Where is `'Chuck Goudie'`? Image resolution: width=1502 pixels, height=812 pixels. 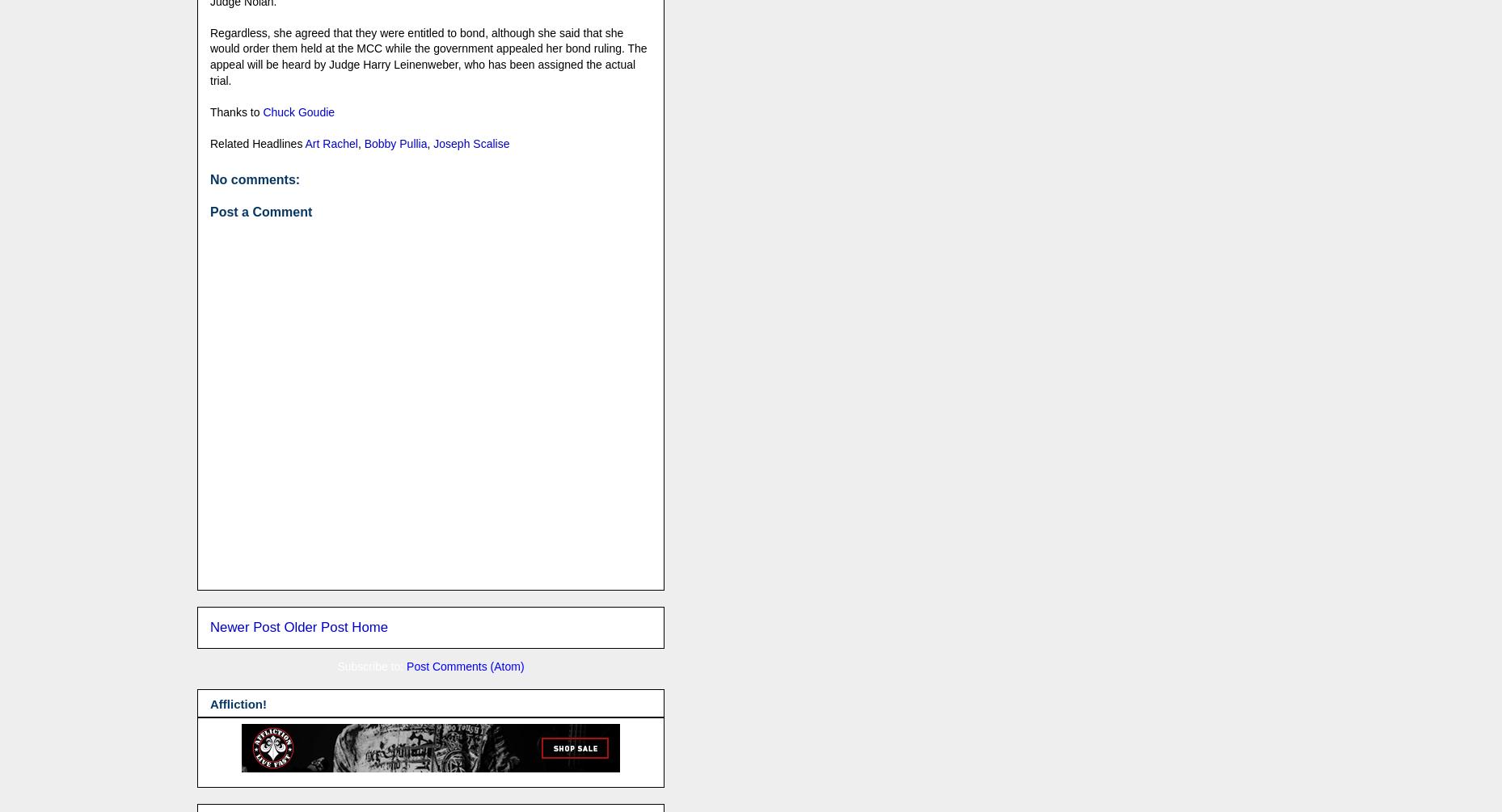 'Chuck Goudie' is located at coordinates (298, 111).